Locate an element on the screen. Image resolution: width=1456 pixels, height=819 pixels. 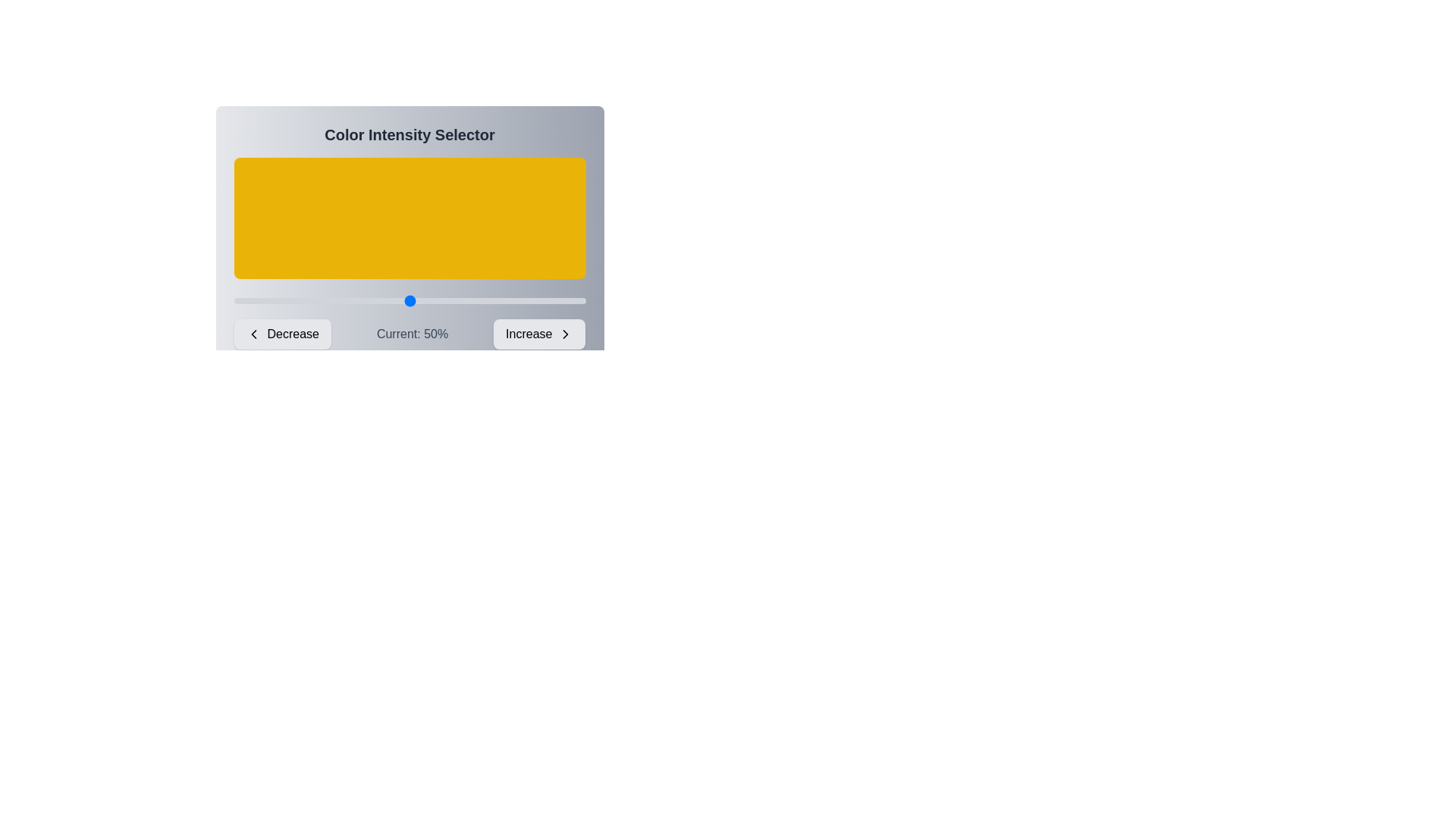
color intensity is located at coordinates (293, 301).